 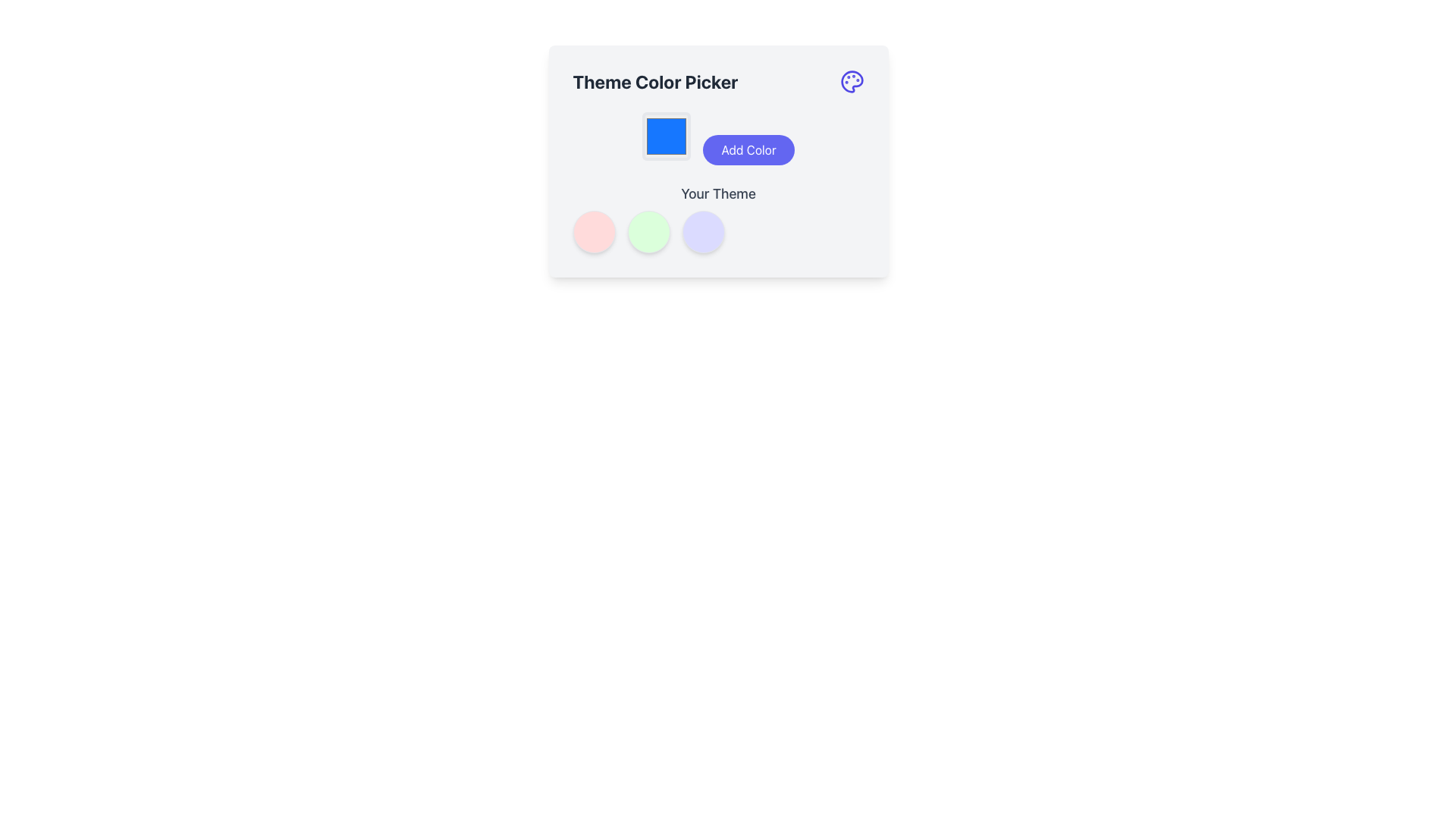 I want to click on the art palette graphical icon located in the top-right corner of the interface card, which signifies color-related functionalities, so click(x=852, y=82).